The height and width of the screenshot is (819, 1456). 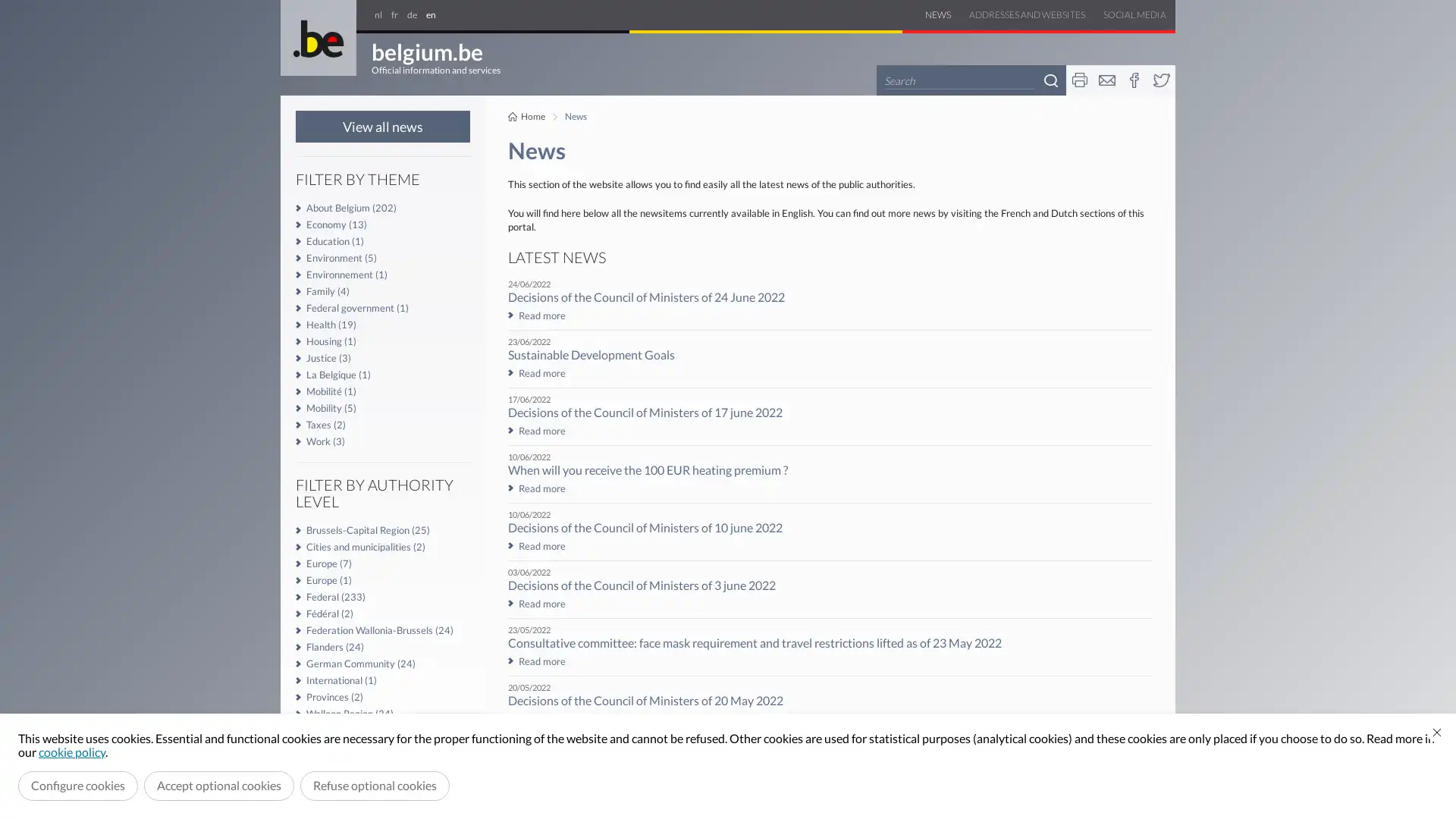 I want to click on Close, so click(x=1436, y=731).